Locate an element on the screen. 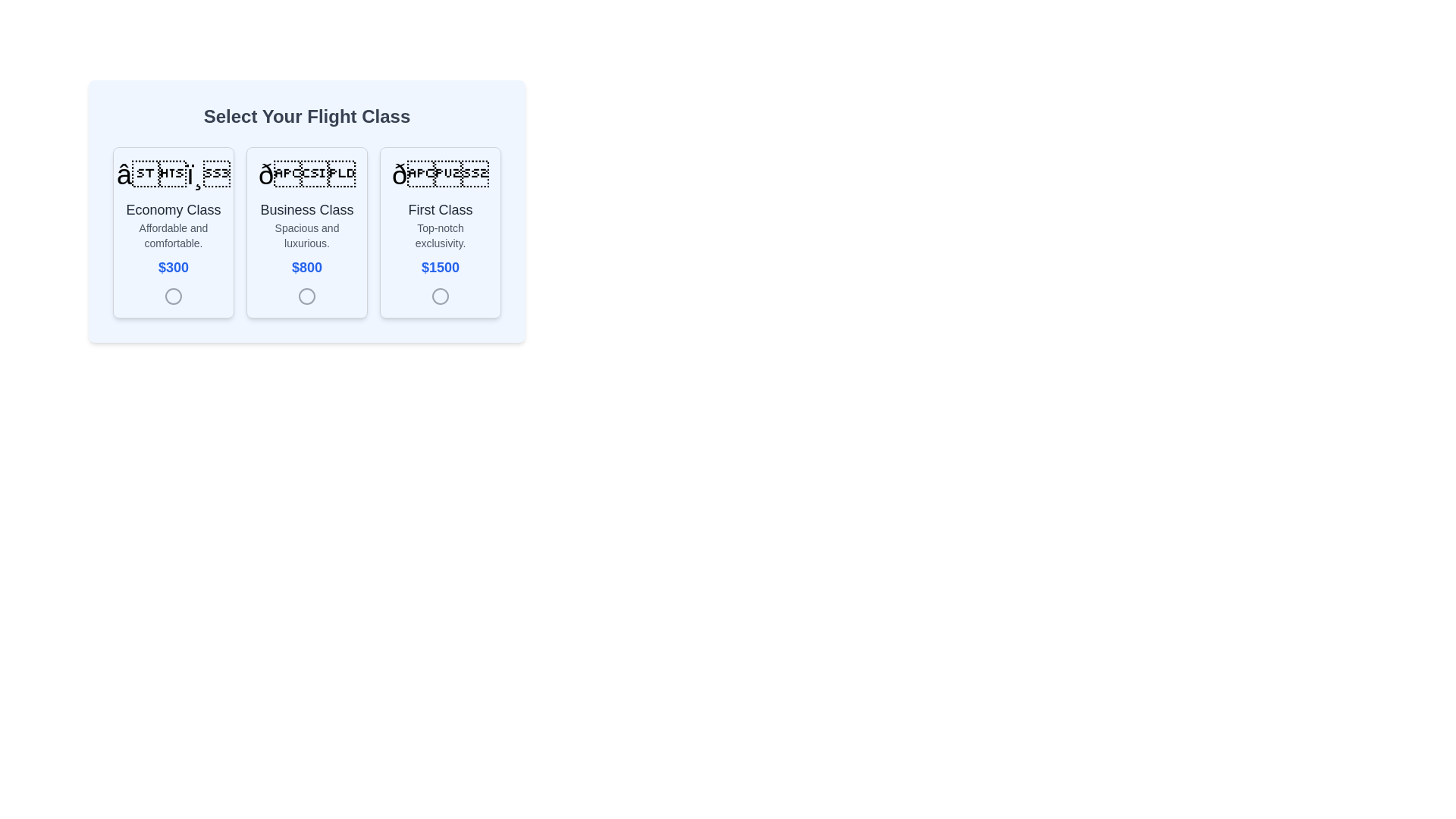 The image size is (1456, 819). the small gray-stroked circle within the radio button is located at coordinates (439, 296).